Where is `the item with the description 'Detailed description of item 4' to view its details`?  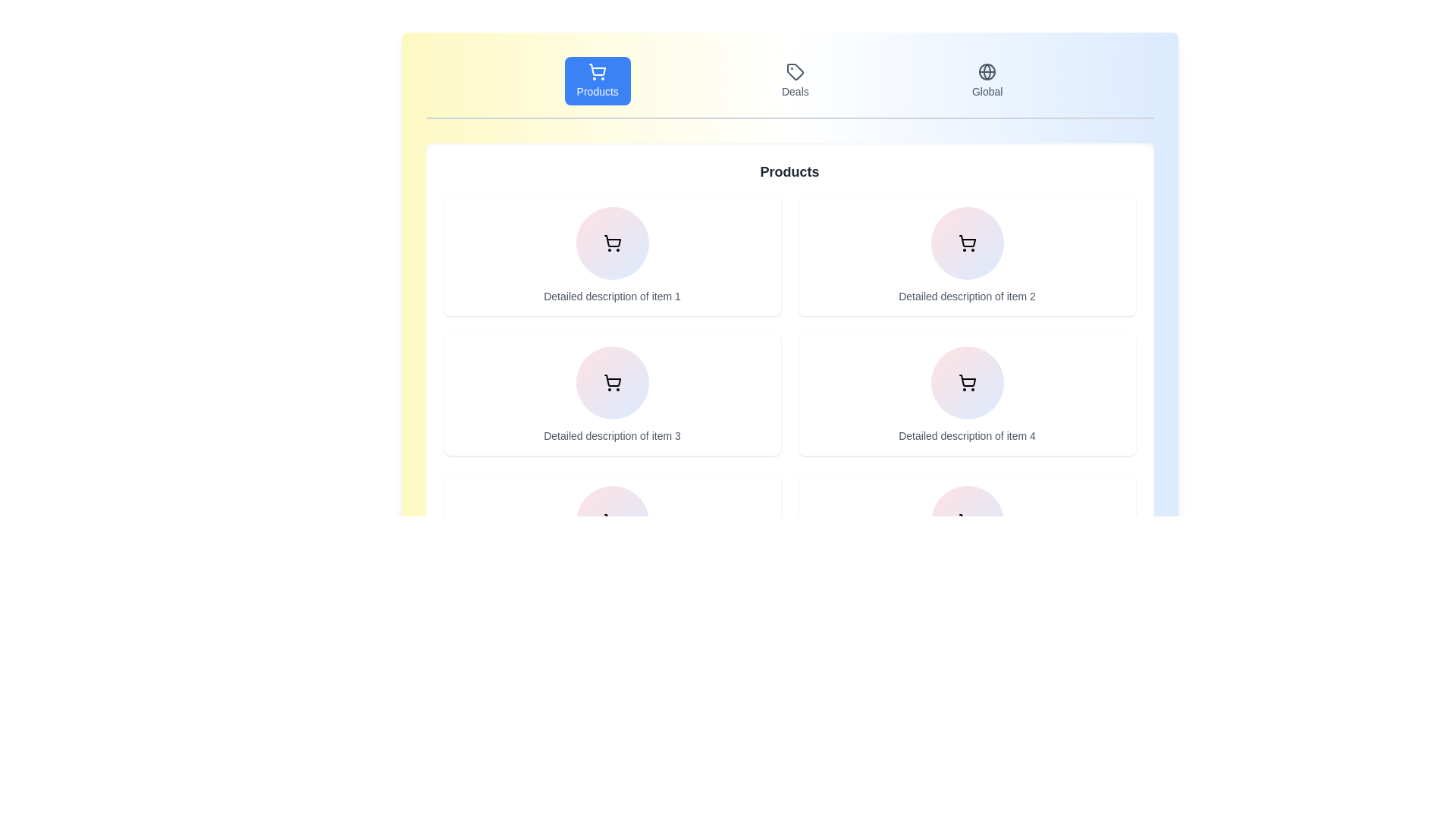 the item with the description 'Detailed description of item 4' to view its details is located at coordinates (966, 394).